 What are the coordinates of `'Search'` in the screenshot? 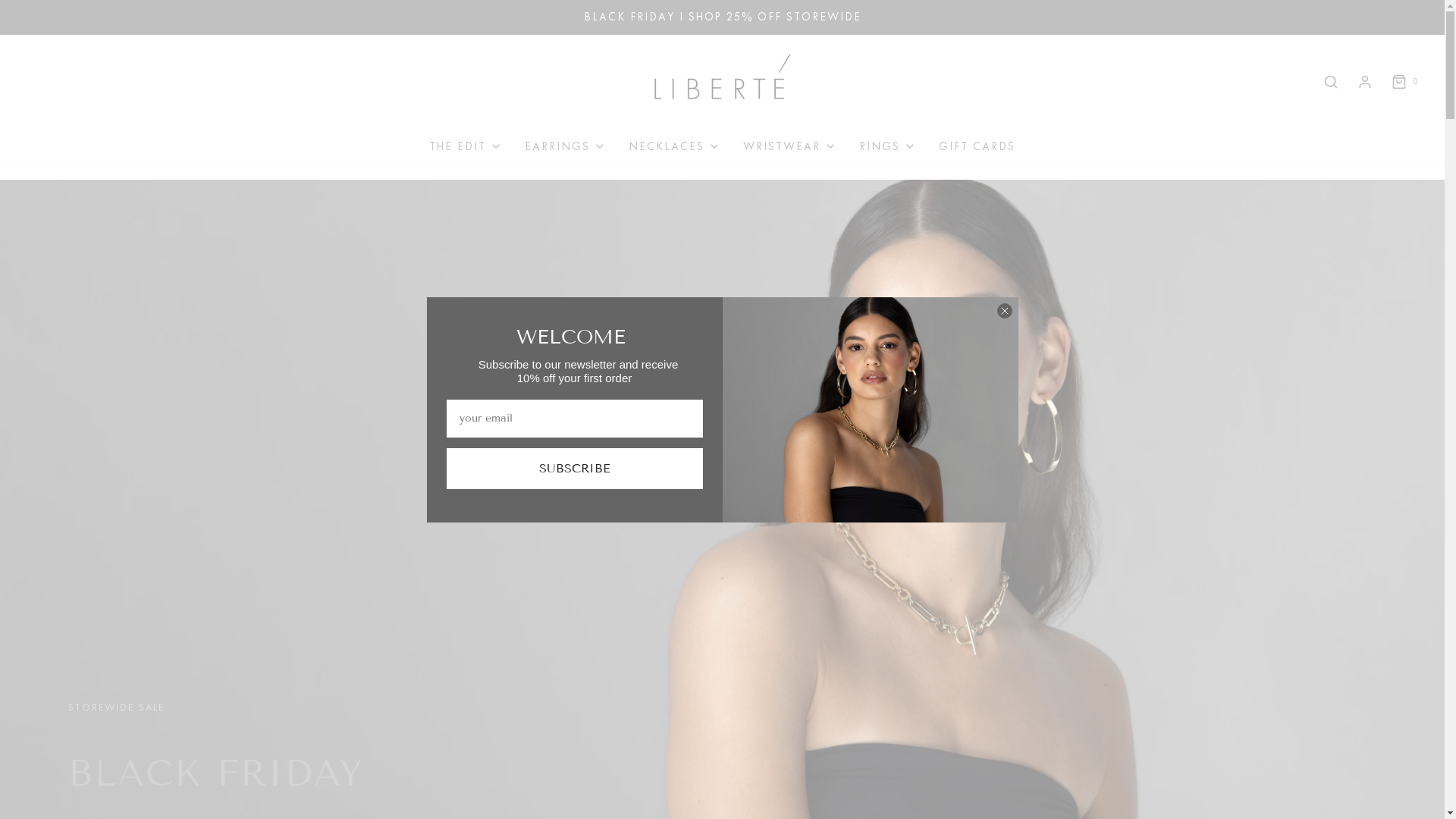 It's located at (1330, 82).